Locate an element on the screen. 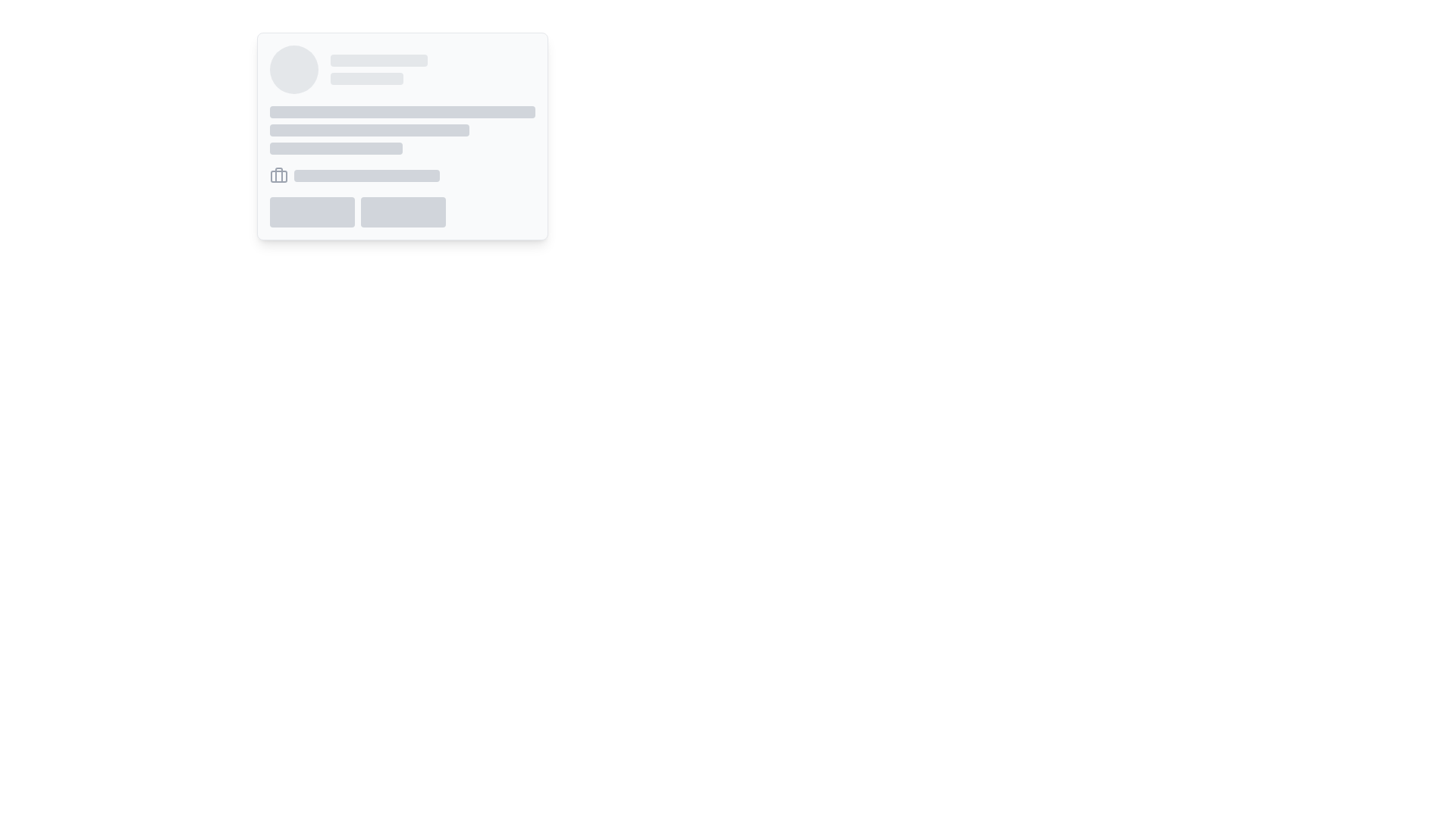 This screenshot has height=819, width=1456. the decorative or placeholder rectangle positioned in the central-upper region of the visible card layout, aligned to the right of an icon group is located at coordinates (367, 174).